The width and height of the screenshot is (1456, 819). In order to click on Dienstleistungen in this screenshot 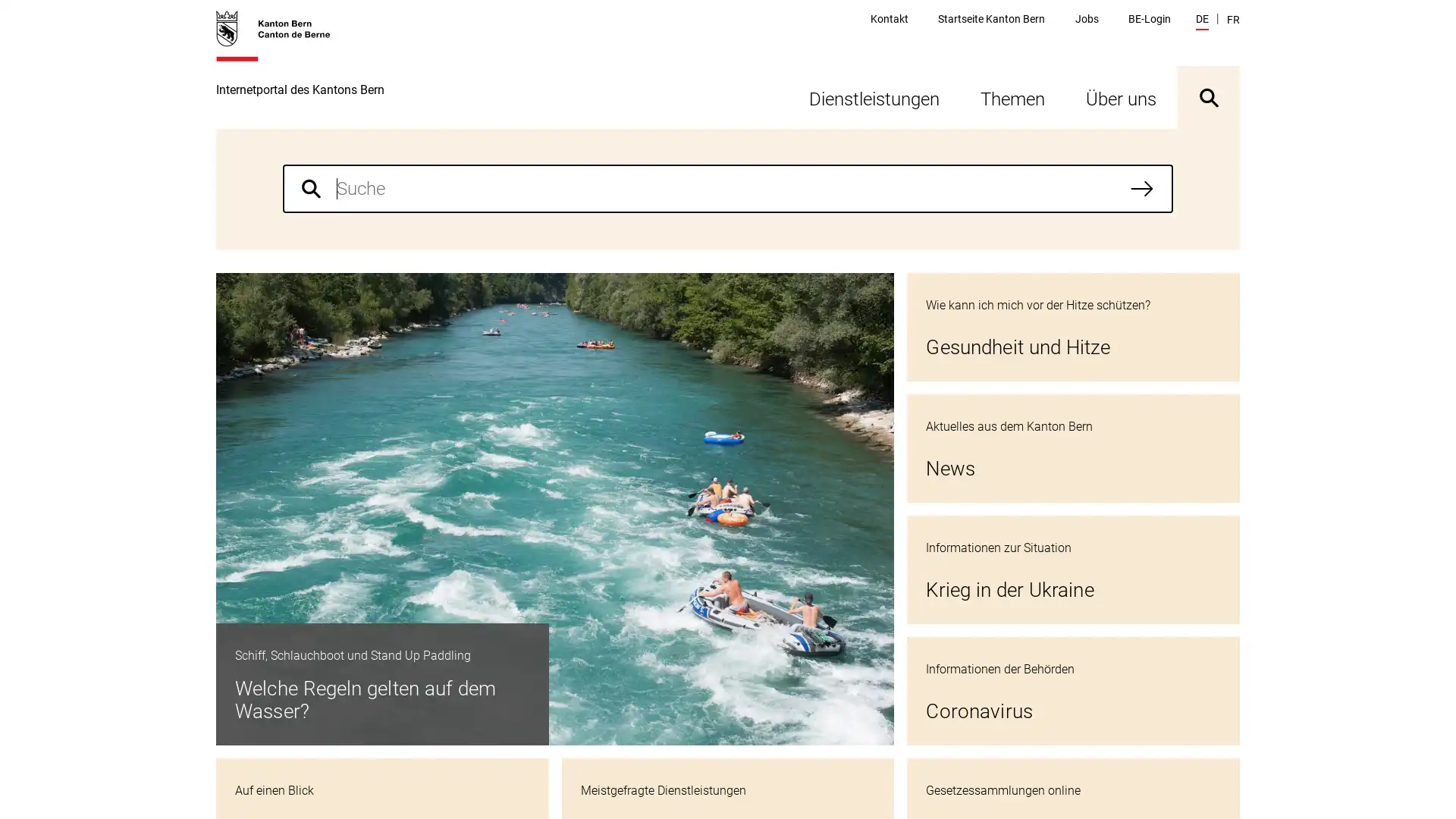, I will do `click(874, 97)`.